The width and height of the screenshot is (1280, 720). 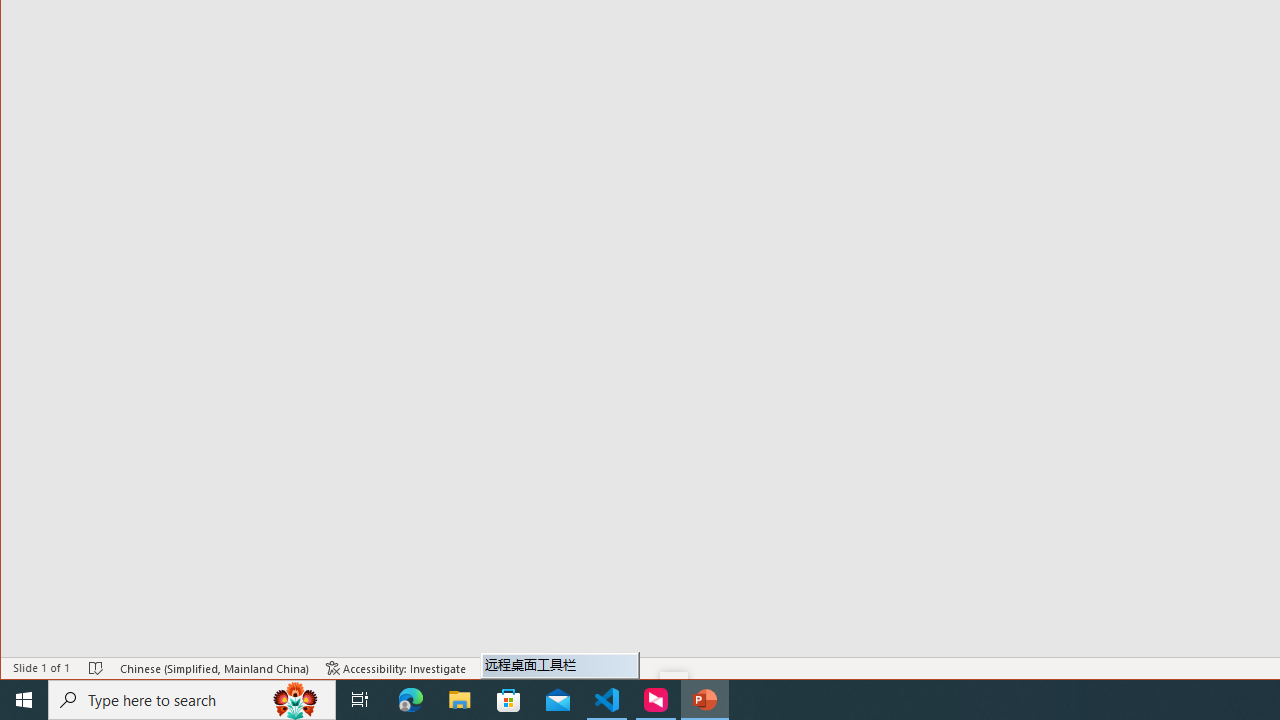 I want to click on 'PowerPoint - 1 running window', so click(x=705, y=698).